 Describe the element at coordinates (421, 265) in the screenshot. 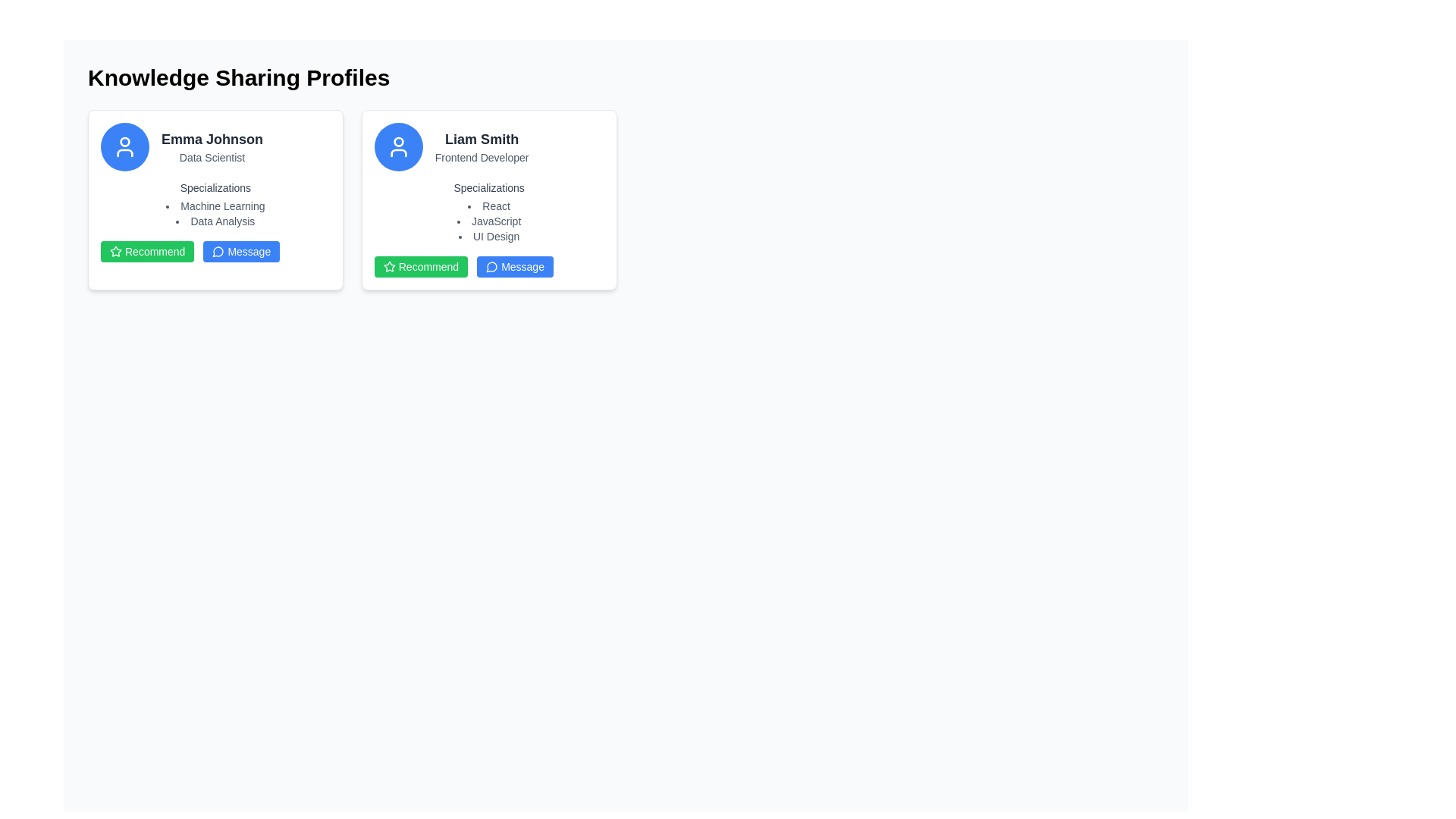

I see `the 'Recommend' button with a green background located in the 'Liam Smith' profile card, positioned to the left of the 'Message' button` at that location.